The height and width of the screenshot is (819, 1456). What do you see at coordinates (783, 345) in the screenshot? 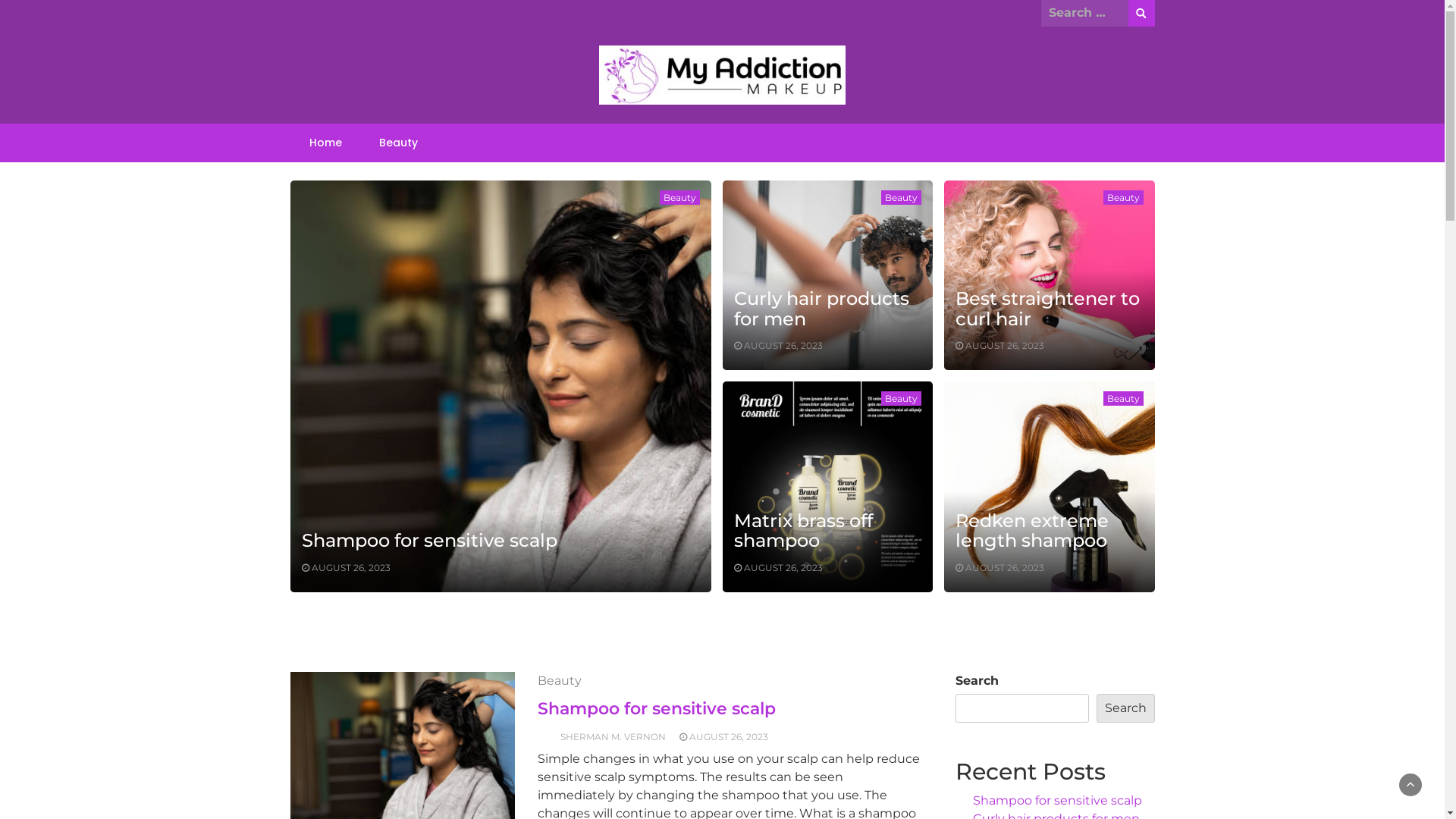
I see `'AUGUST 26, 2023'` at bounding box center [783, 345].